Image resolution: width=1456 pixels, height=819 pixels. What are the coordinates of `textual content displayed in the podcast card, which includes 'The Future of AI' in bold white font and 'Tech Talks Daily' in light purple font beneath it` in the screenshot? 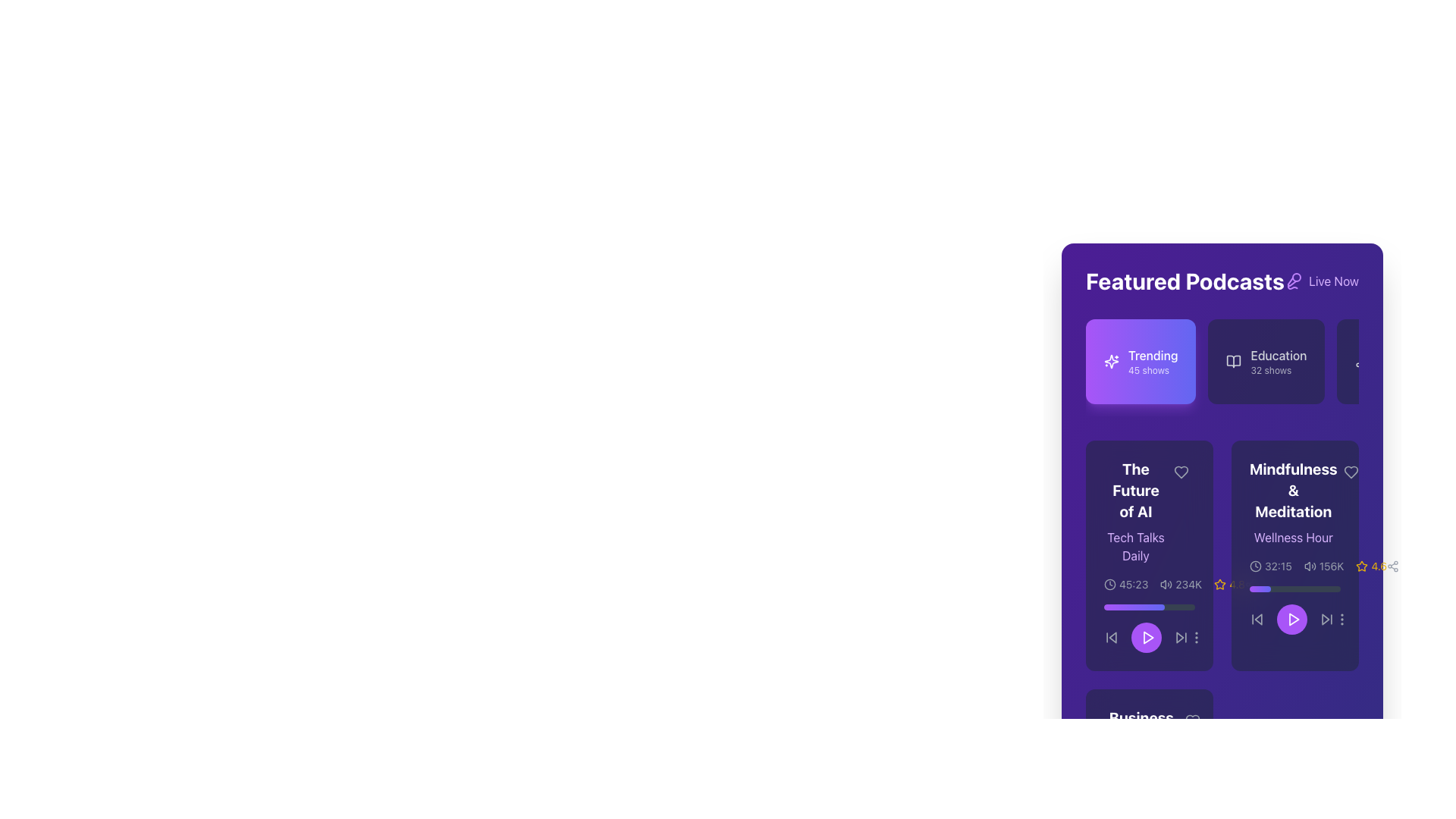 It's located at (1135, 512).